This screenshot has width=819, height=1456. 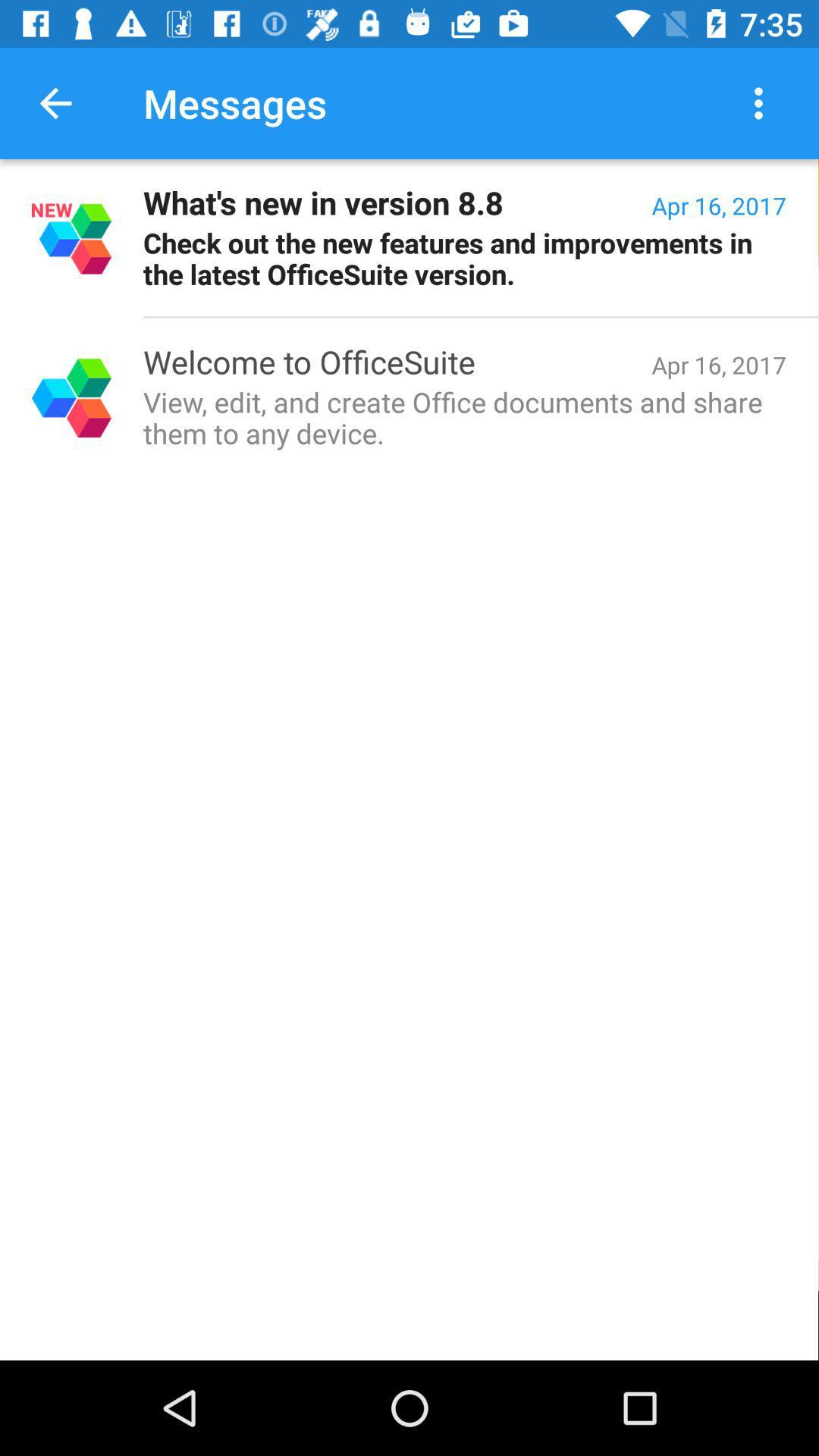 I want to click on app next to messages app, so click(x=55, y=102).